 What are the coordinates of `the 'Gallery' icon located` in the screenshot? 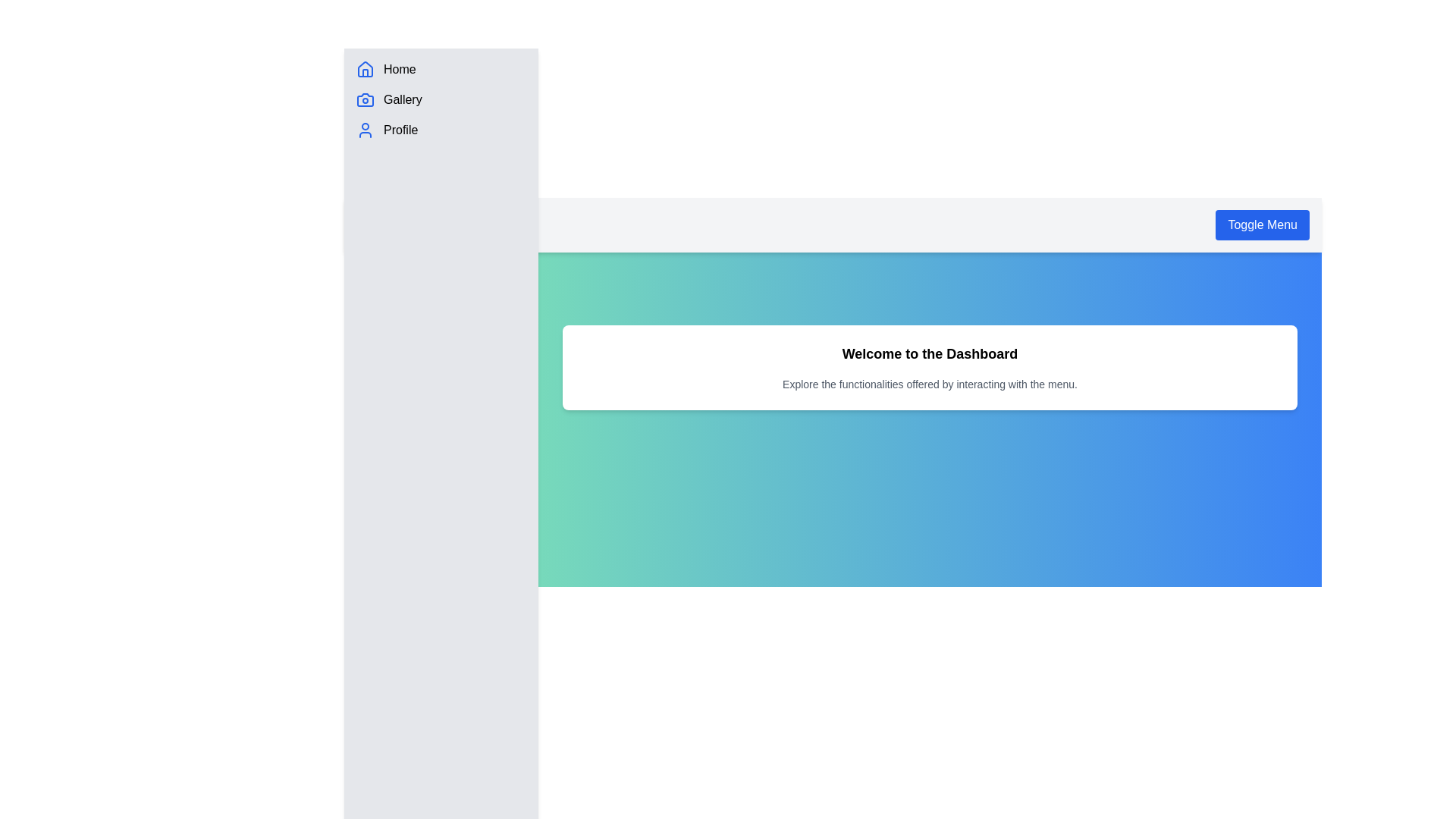 It's located at (365, 99).